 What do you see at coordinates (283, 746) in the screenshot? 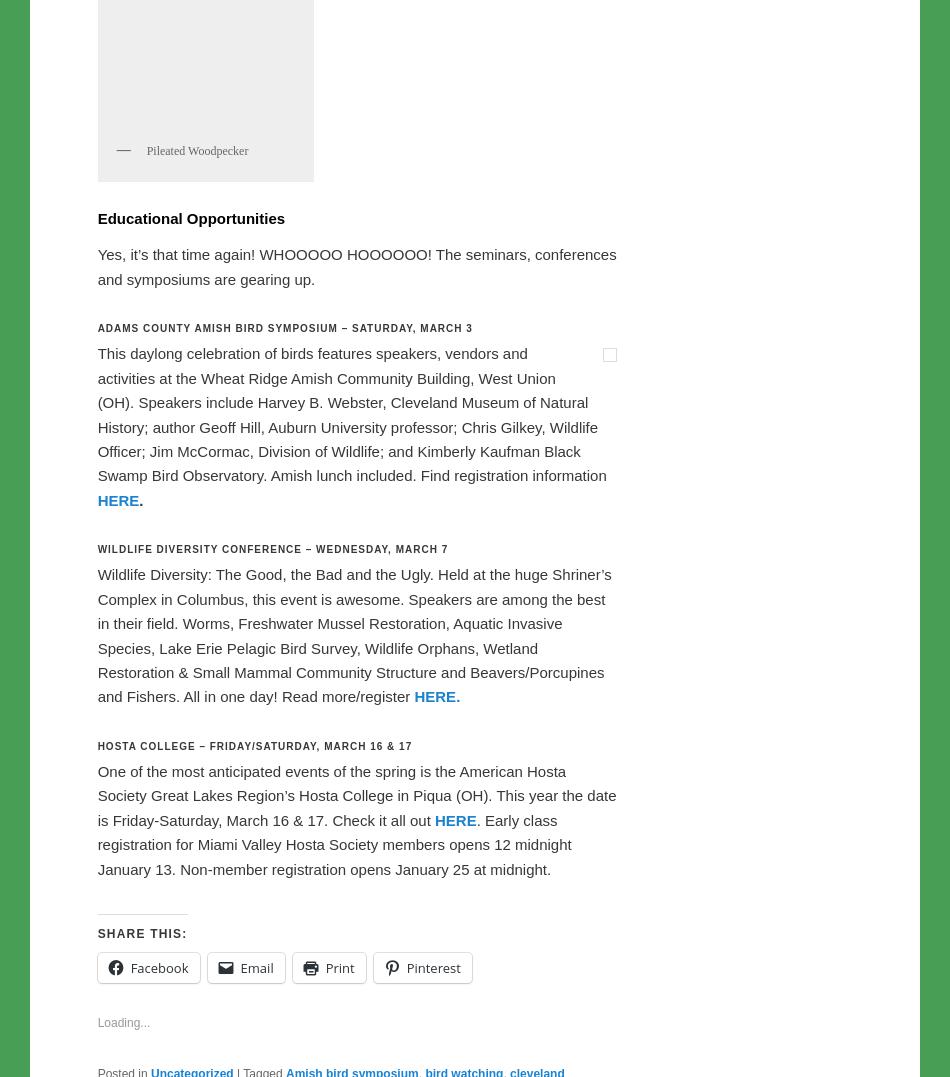
I see `'Adams County Amish Bird Symposium – Saturday, March 3'` at bounding box center [283, 746].